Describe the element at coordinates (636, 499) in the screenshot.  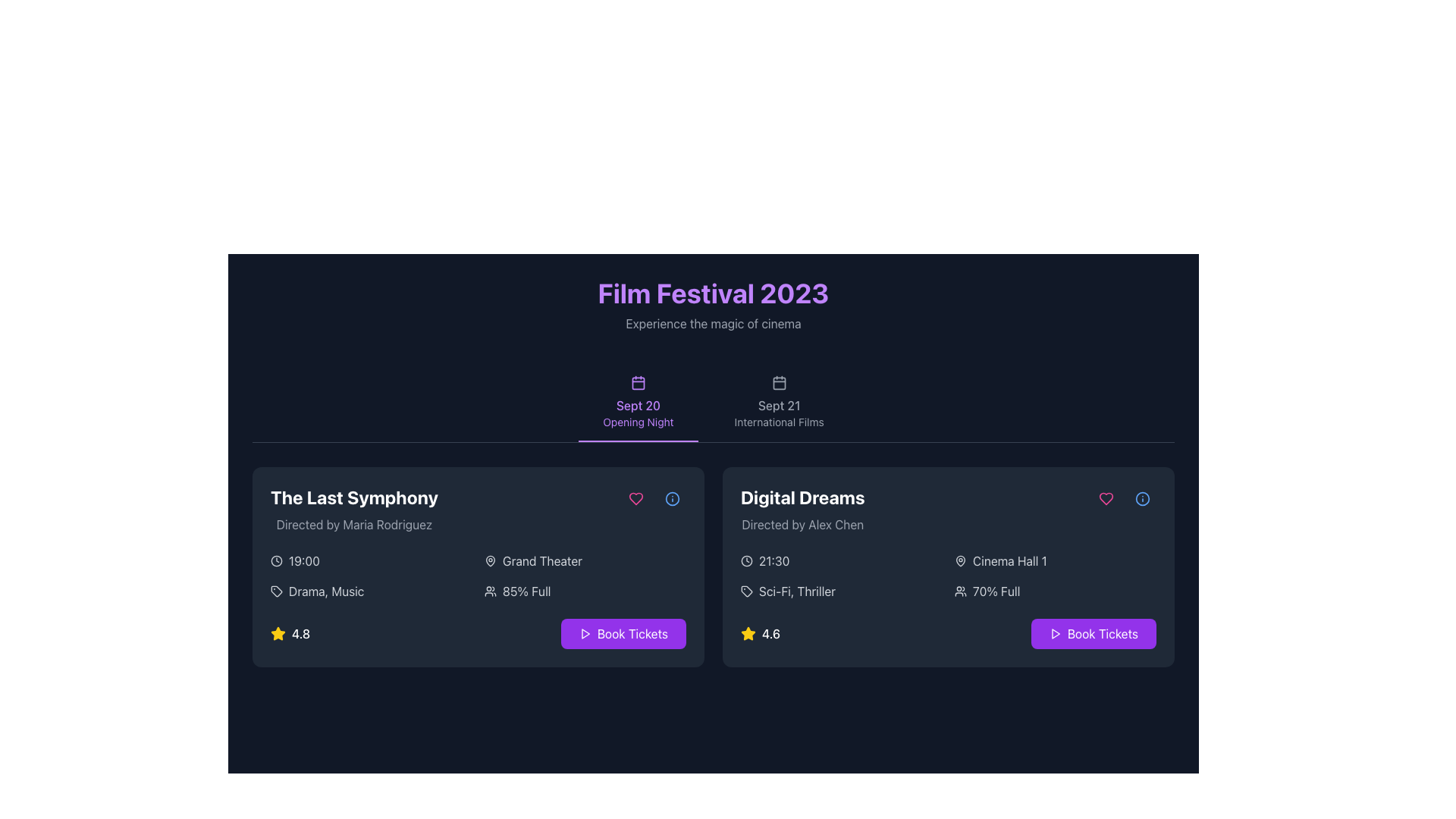
I see `the favorite button located in the top-right corner of the 'The Last Symphony' film card to mark it as a favorite` at that location.